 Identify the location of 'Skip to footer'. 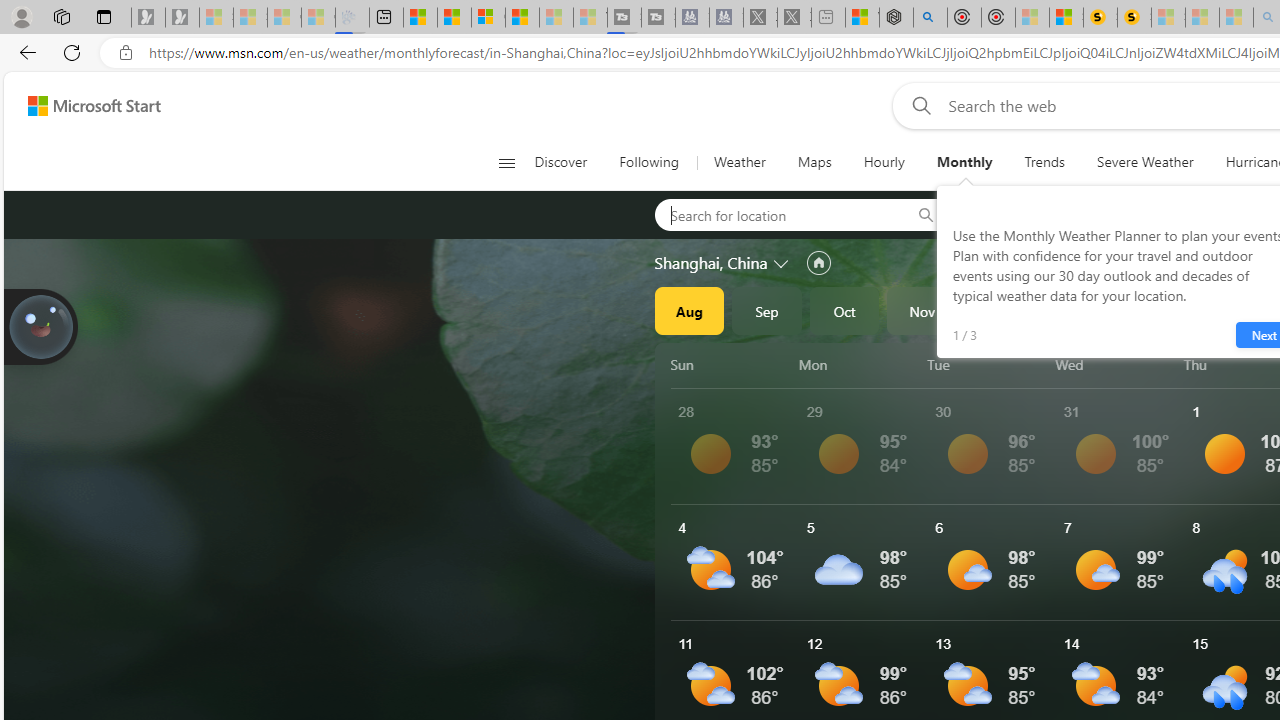
(81, 105).